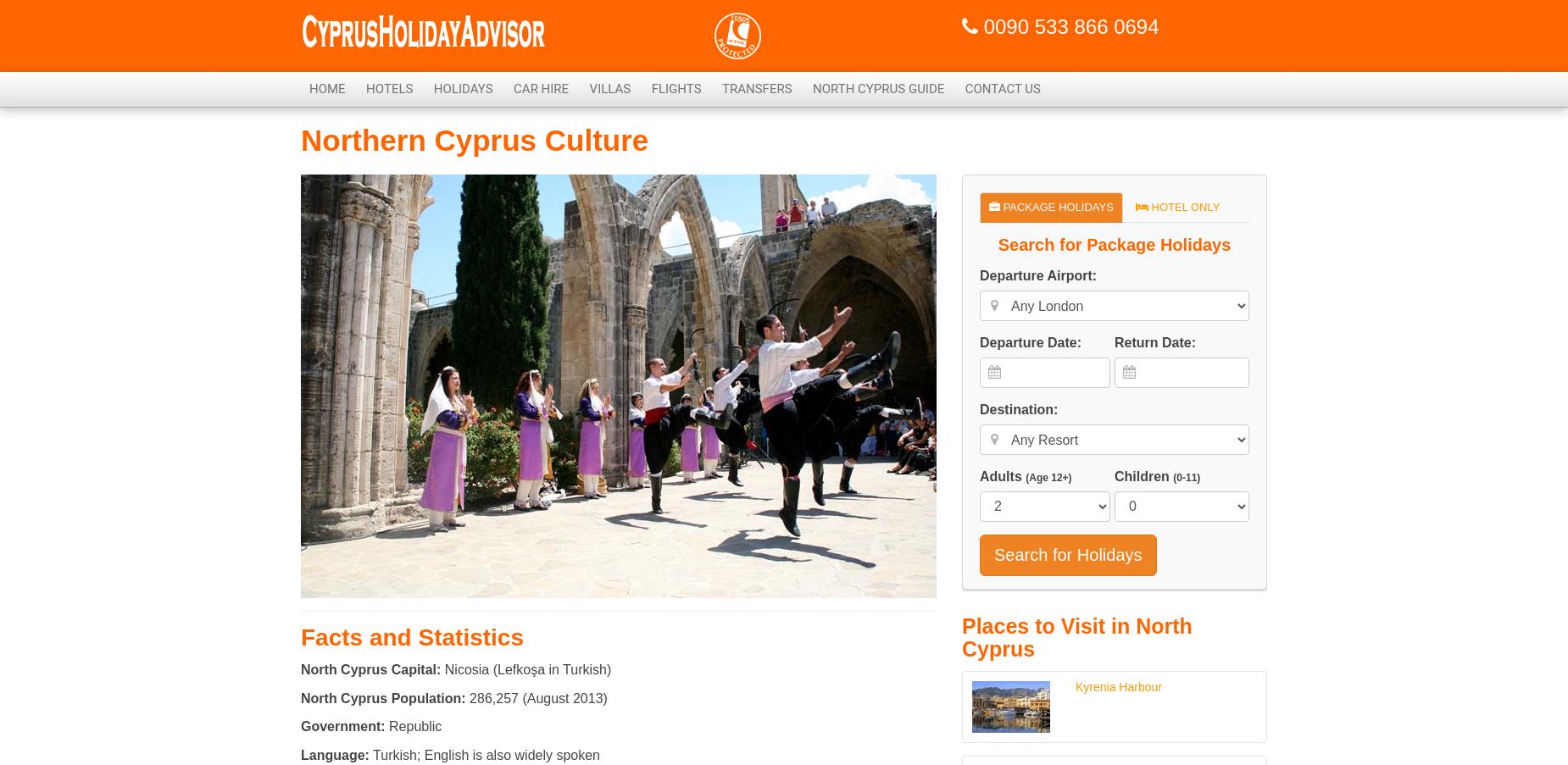  Describe the element at coordinates (413, 726) in the screenshot. I see `'Republic'` at that location.